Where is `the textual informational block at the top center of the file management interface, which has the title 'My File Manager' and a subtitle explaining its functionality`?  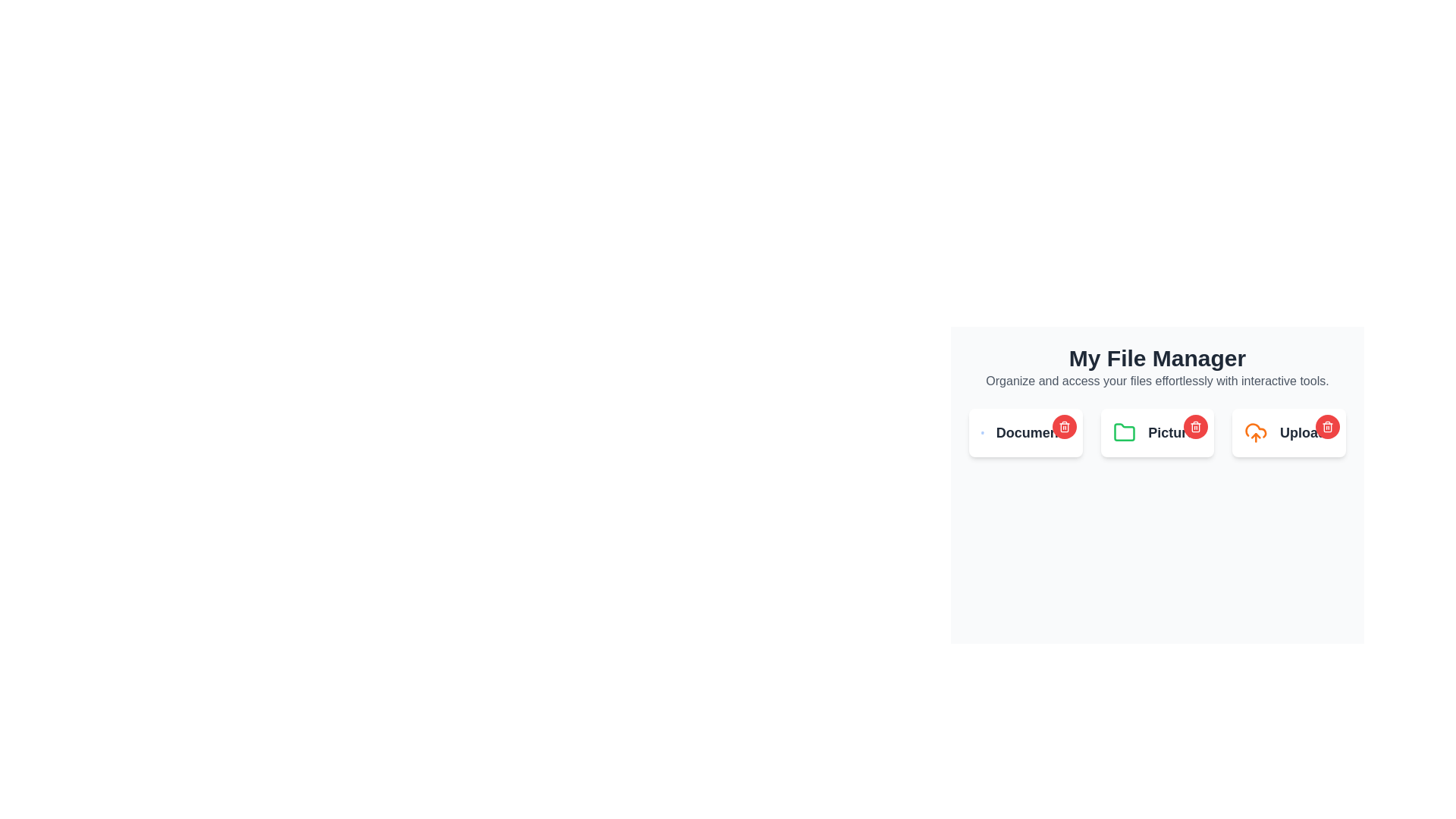
the textual informational block at the top center of the file management interface, which has the title 'My File Manager' and a subtitle explaining its functionality is located at coordinates (1156, 368).